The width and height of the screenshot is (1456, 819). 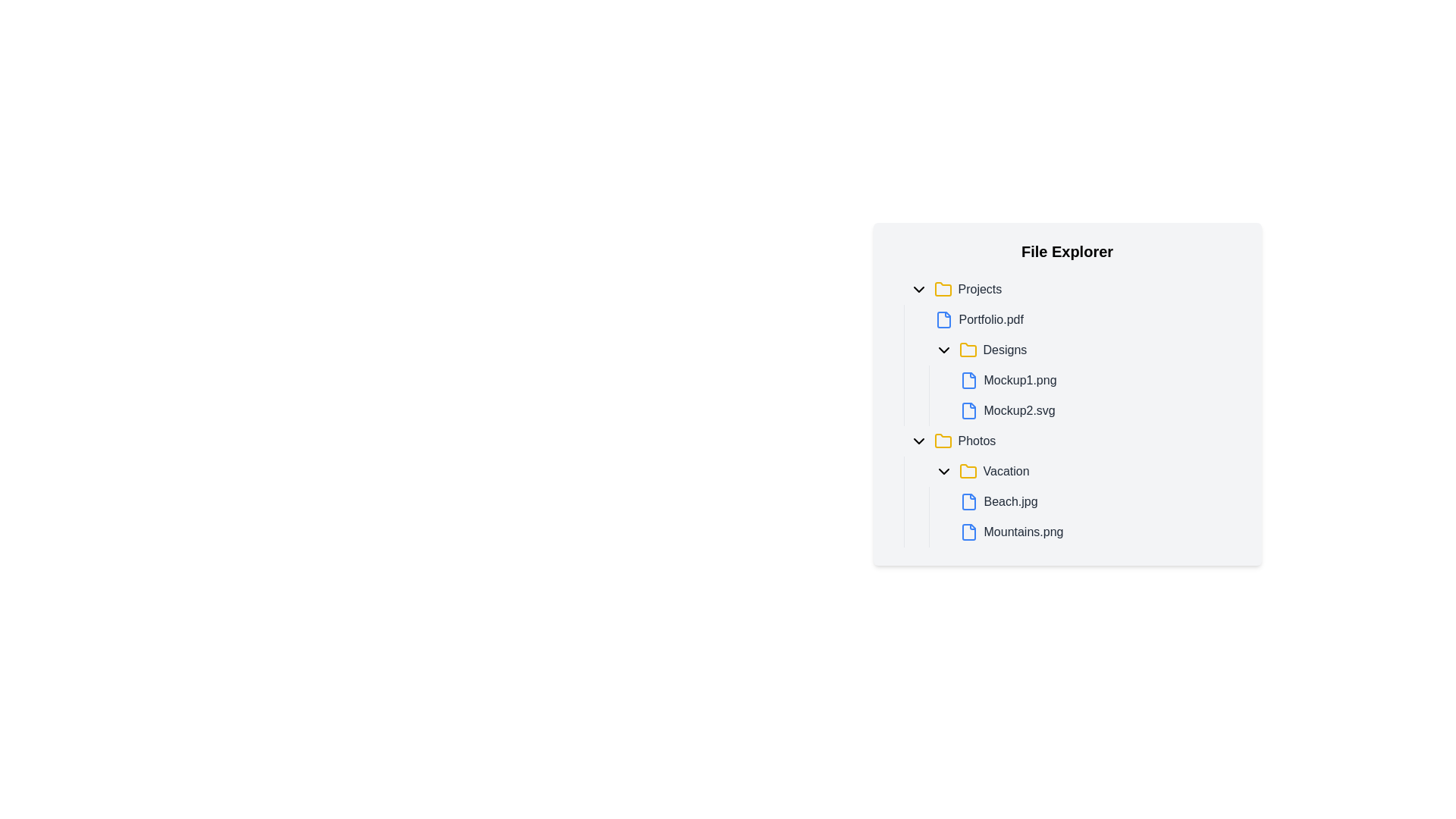 What do you see at coordinates (943, 350) in the screenshot?
I see `the Toggle icon (chevron arrow)` at bounding box center [943, 350].